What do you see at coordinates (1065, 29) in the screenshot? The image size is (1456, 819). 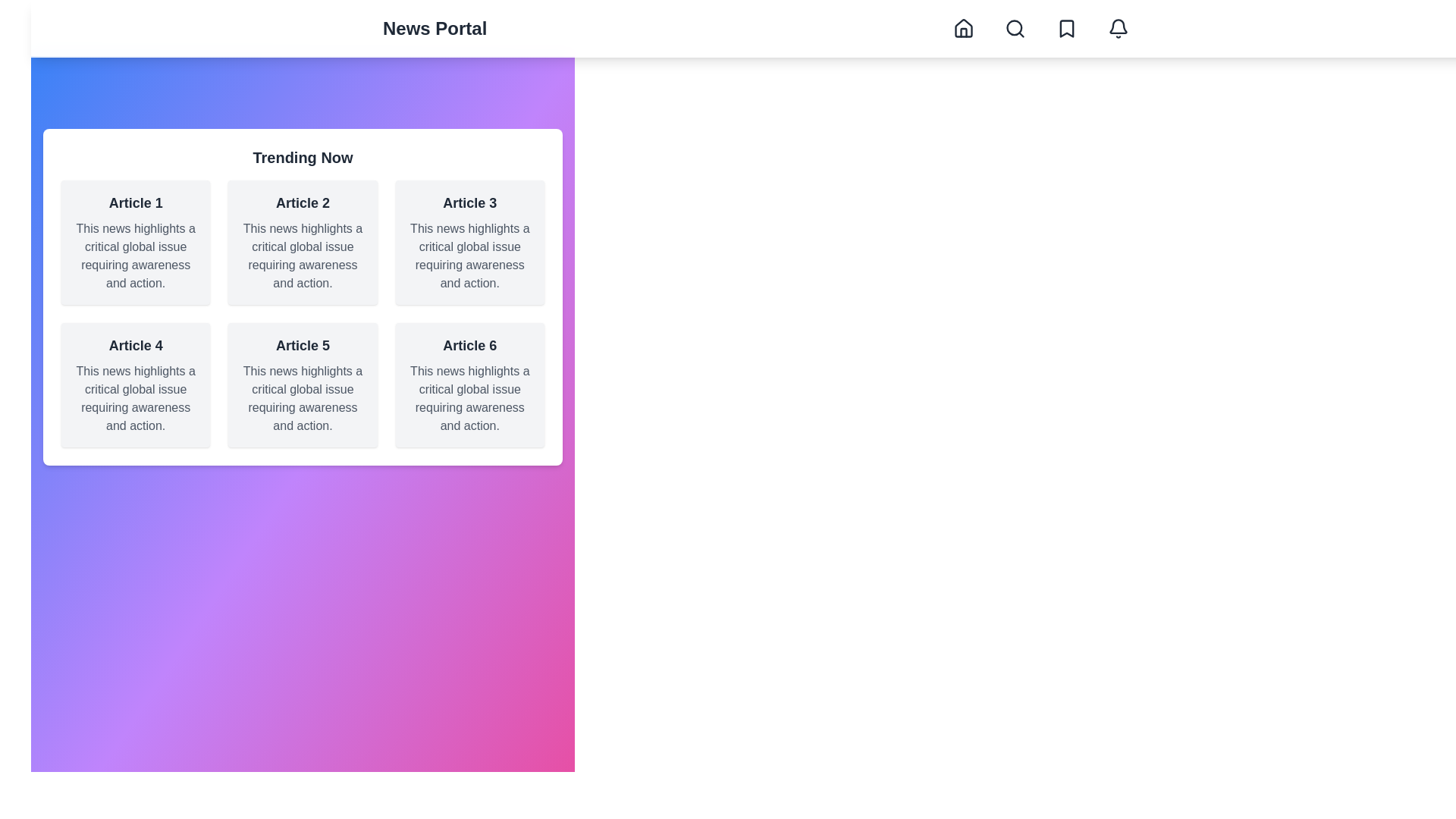 I see `the Bookmark navigation button` at bounding box center [1065, 29].